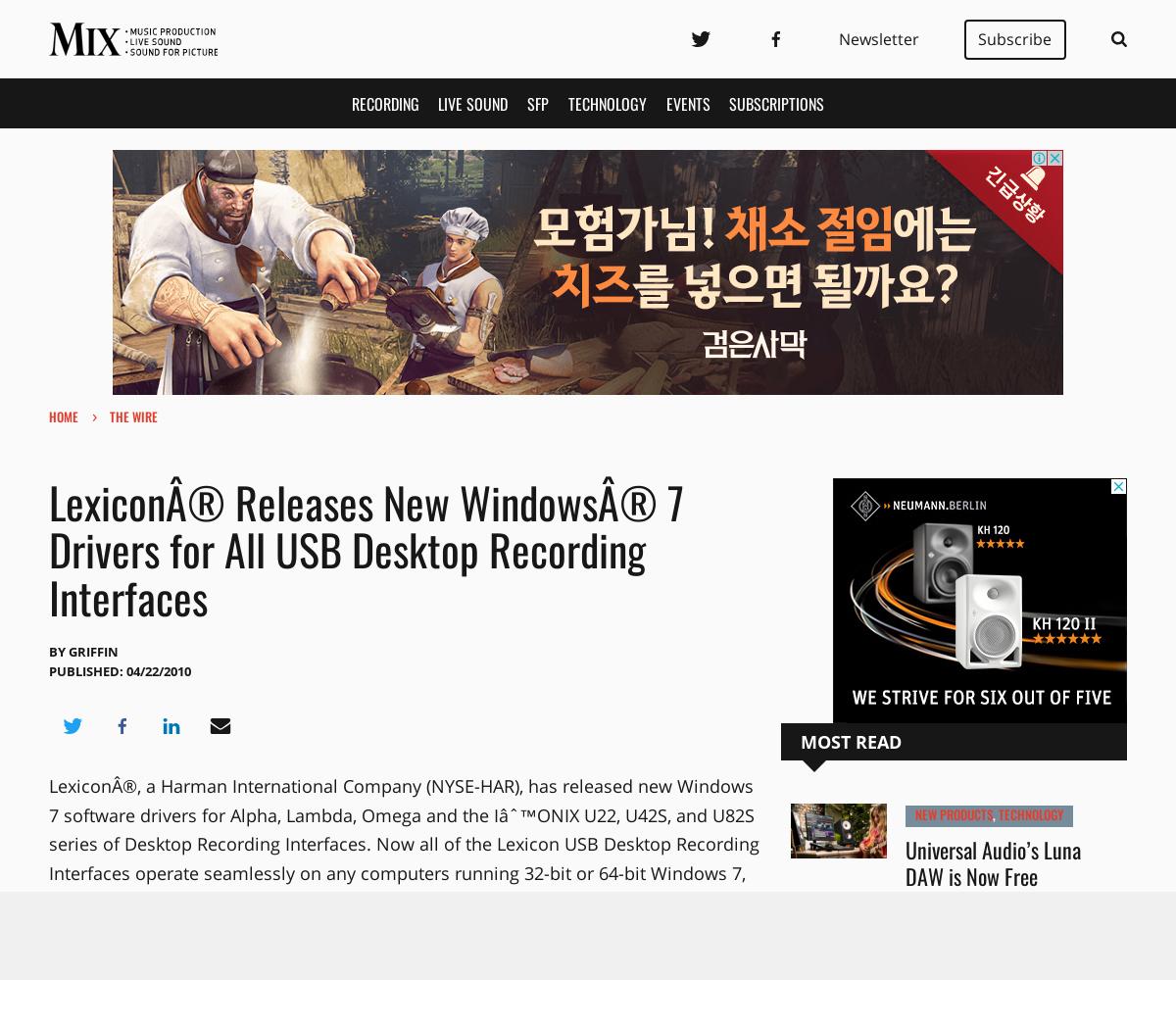 Image resolution: width=1176 pixels, height=1028 pixels. I want to click on 'Music Production', so click(964, 953).